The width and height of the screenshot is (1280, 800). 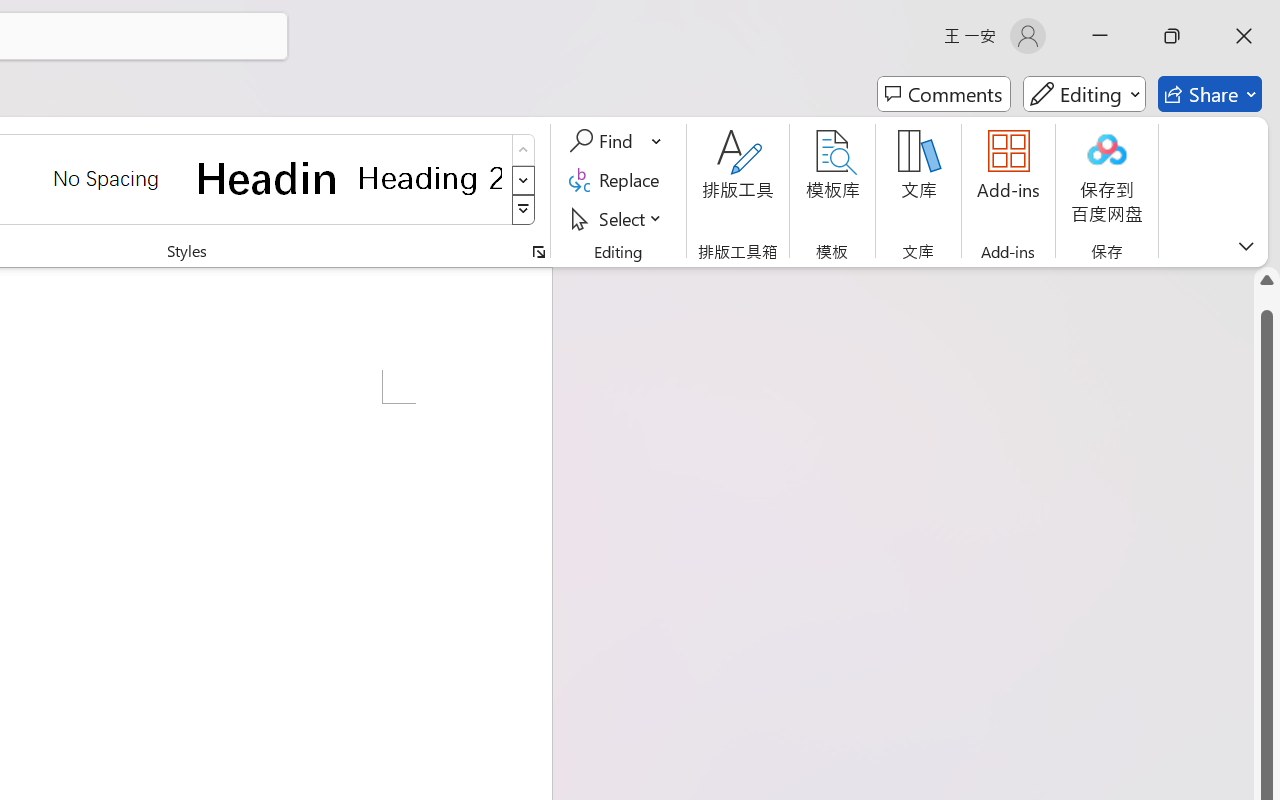 What do you see at coordinates (538, 251) in the screenshot?
I see `'Styles...'` at bounding box center [538, 251].